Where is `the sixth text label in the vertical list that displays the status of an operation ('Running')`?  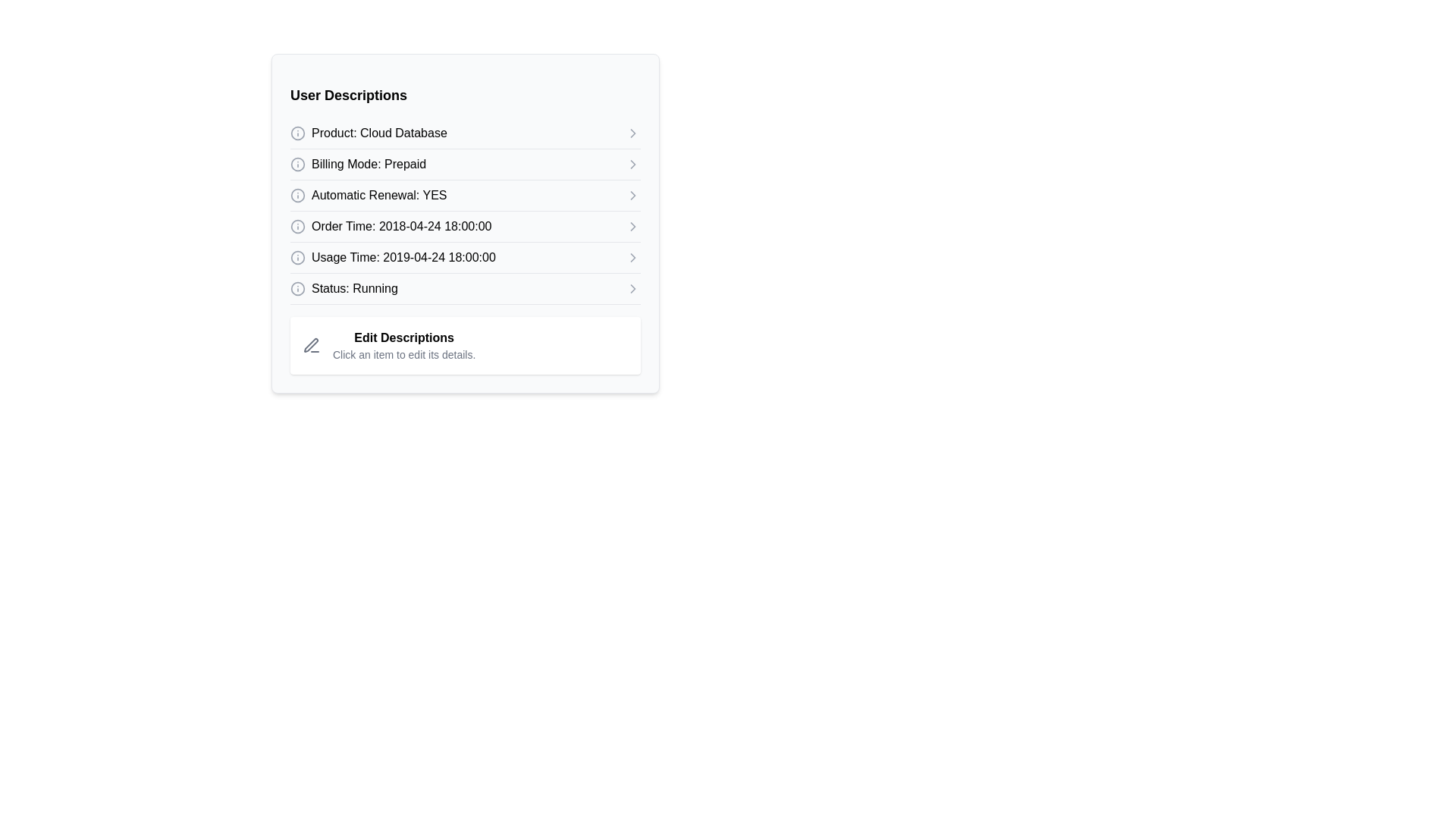
the sixth text label in the vertical list that displays the status of an operation ('Running') is located at coordinates (353, 289).